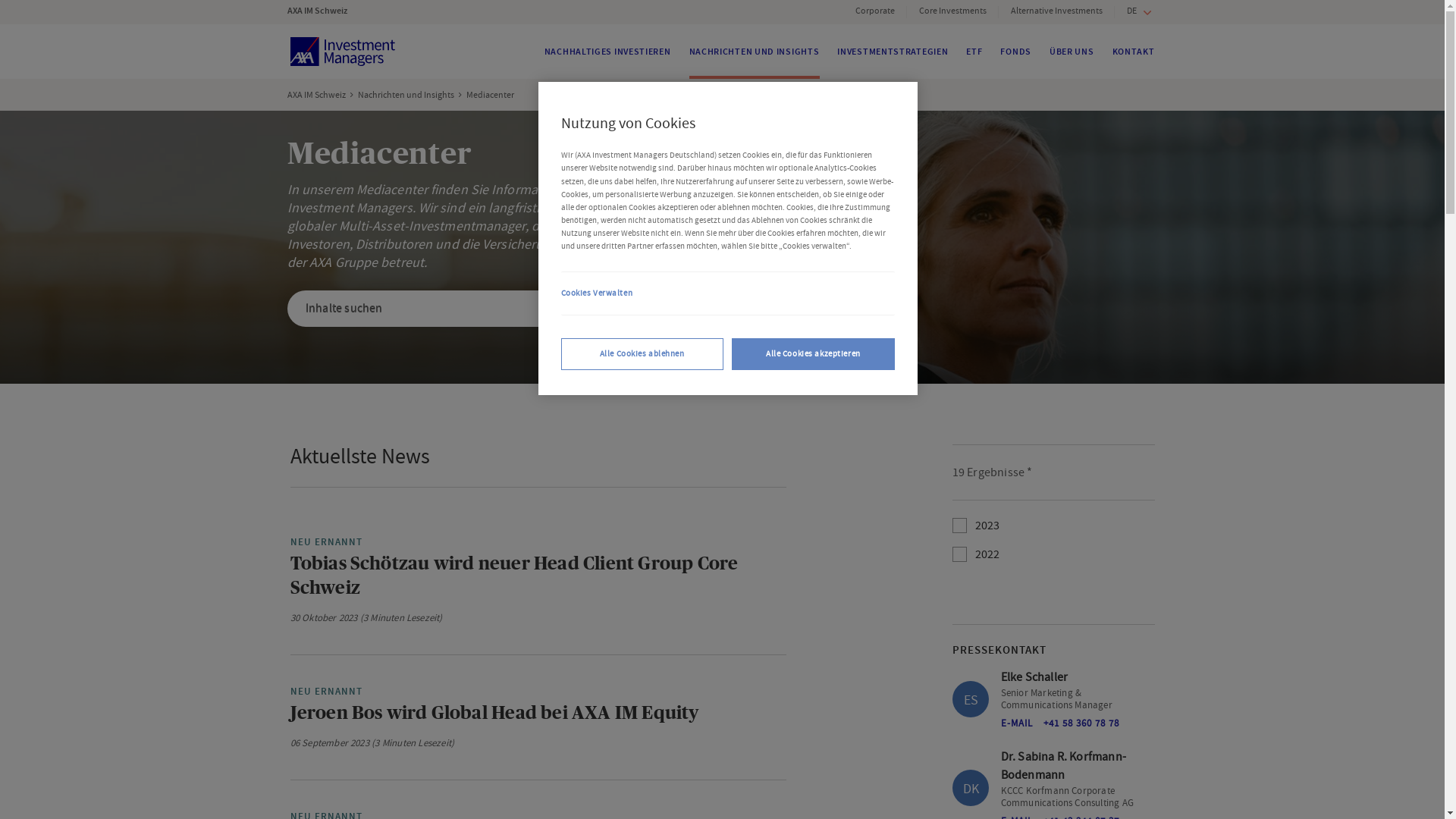 This screenshot has height=819, width=1456. Describe the element at coordinates (874, 11) in the screenshot. I see `'Corporate'` at that location.